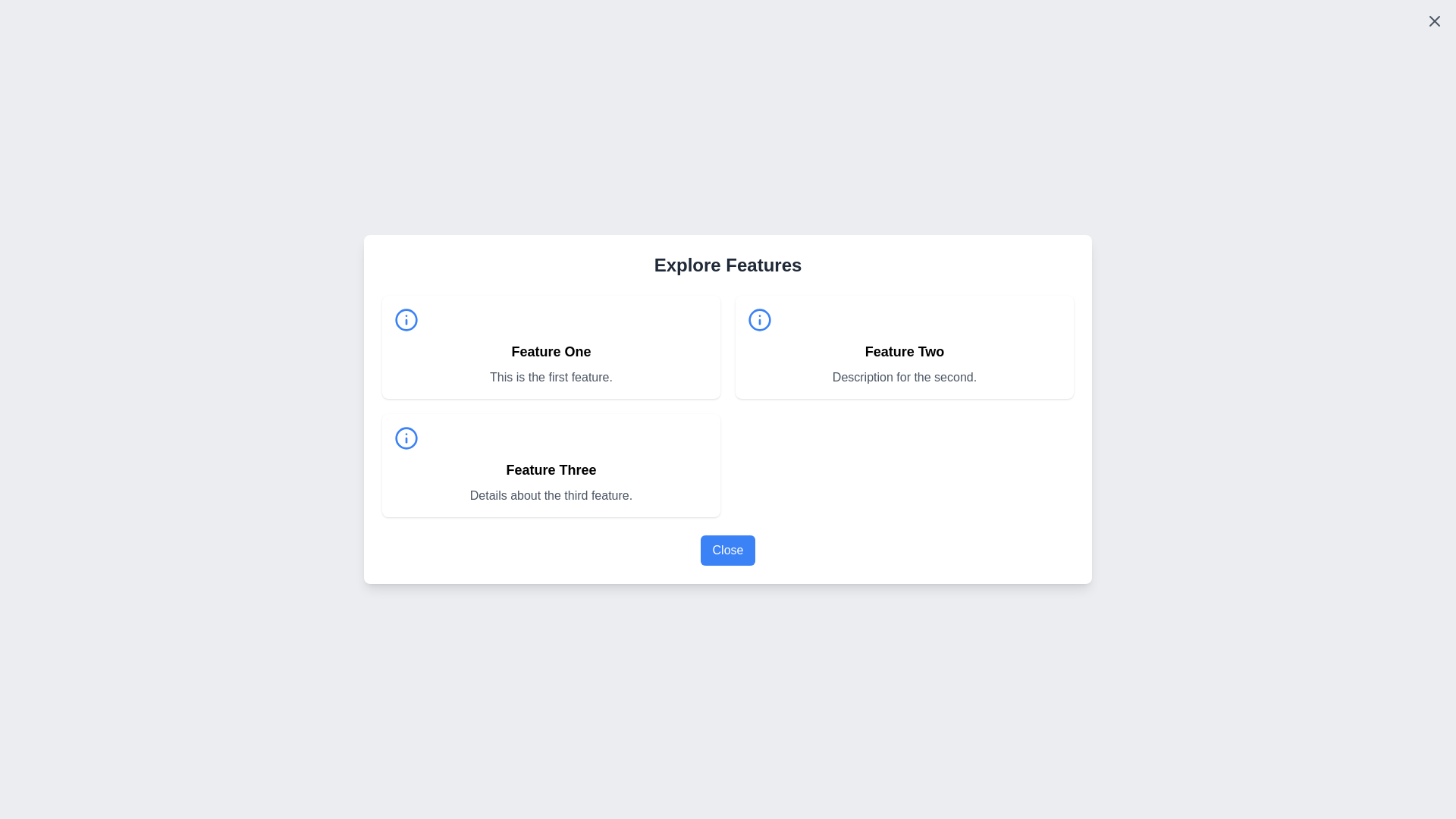 Image resolution: width=1456 pixels, height=819 pixels. What do you see at coordinates (406, 318) in the screenshot?
I see `the circular graphical icon component with a blue outline located in the upper-left quadrant of the modal dialogue, positioned above the text 'Feature One'` at bounding box center [406, 318].